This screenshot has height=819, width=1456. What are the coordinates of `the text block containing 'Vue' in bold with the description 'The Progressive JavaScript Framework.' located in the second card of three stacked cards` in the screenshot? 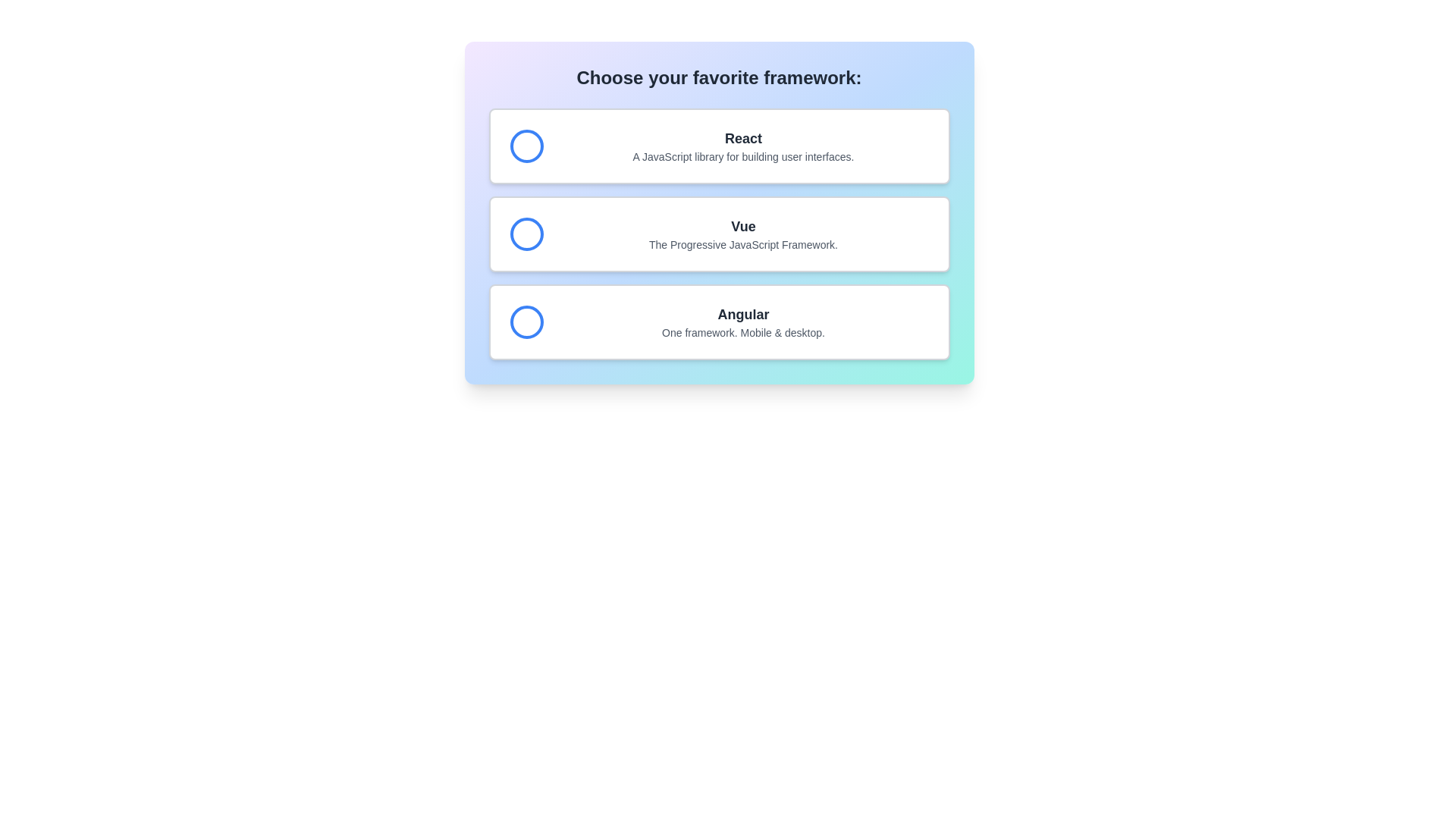 It's located at (743, 234).